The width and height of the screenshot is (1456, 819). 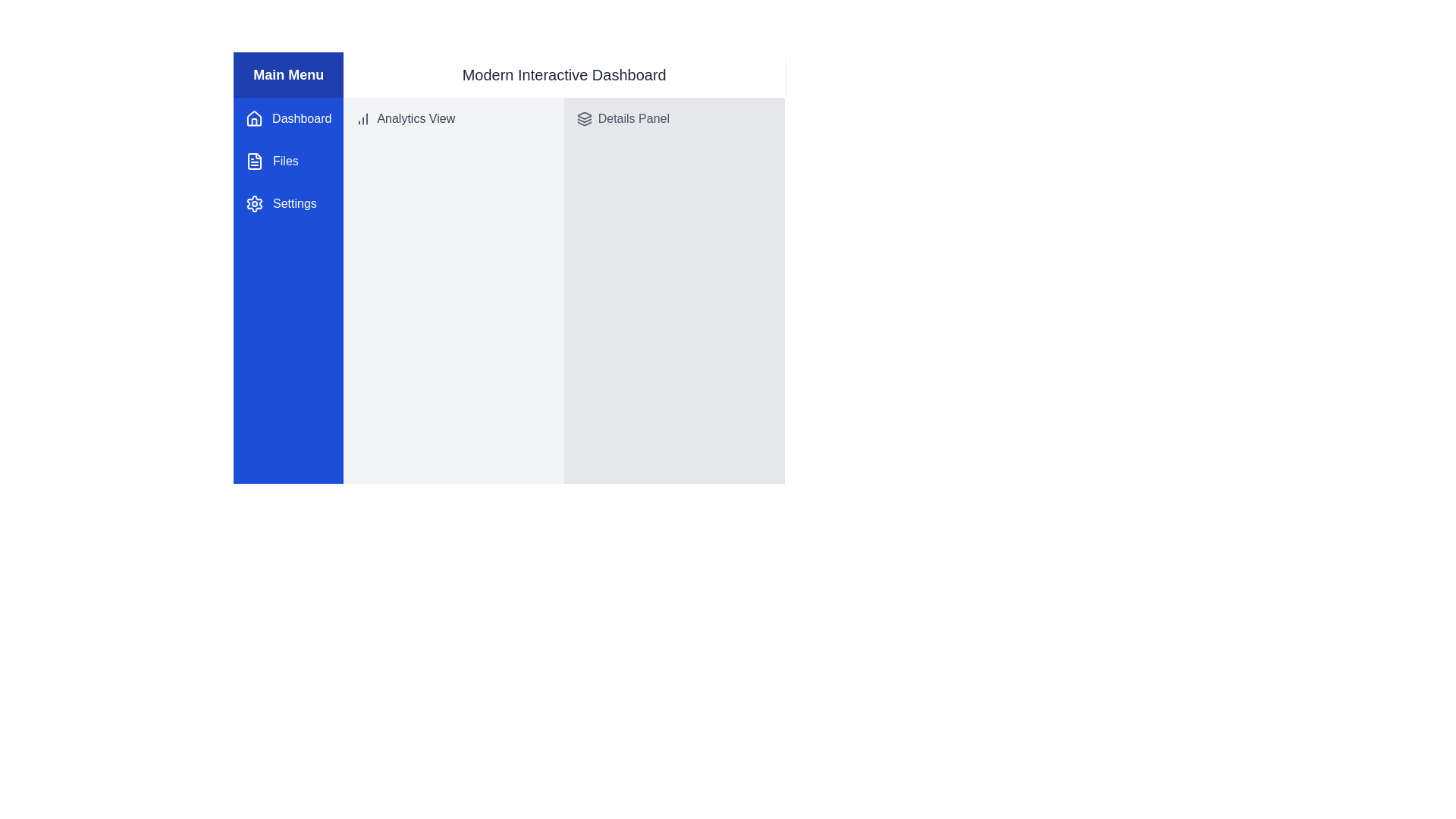 I want to click on the title label at the top center of the main interface, which indicates the primary function of the application, so click(x=563, y=75).